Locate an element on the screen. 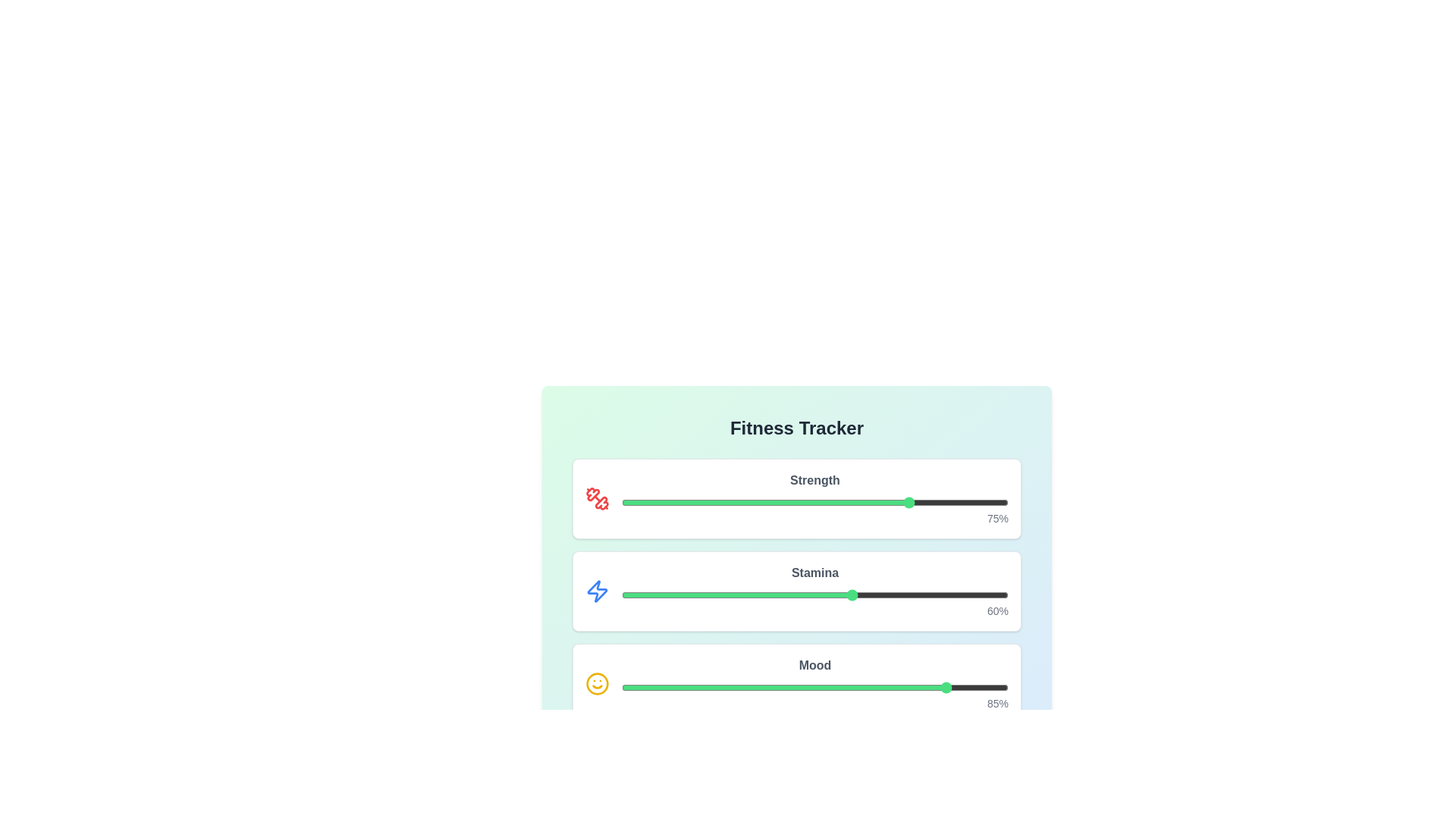 This screenshot has width=1456, height=819. the 'Strength' slider to 33 percent is located at coordinates (749, 503).